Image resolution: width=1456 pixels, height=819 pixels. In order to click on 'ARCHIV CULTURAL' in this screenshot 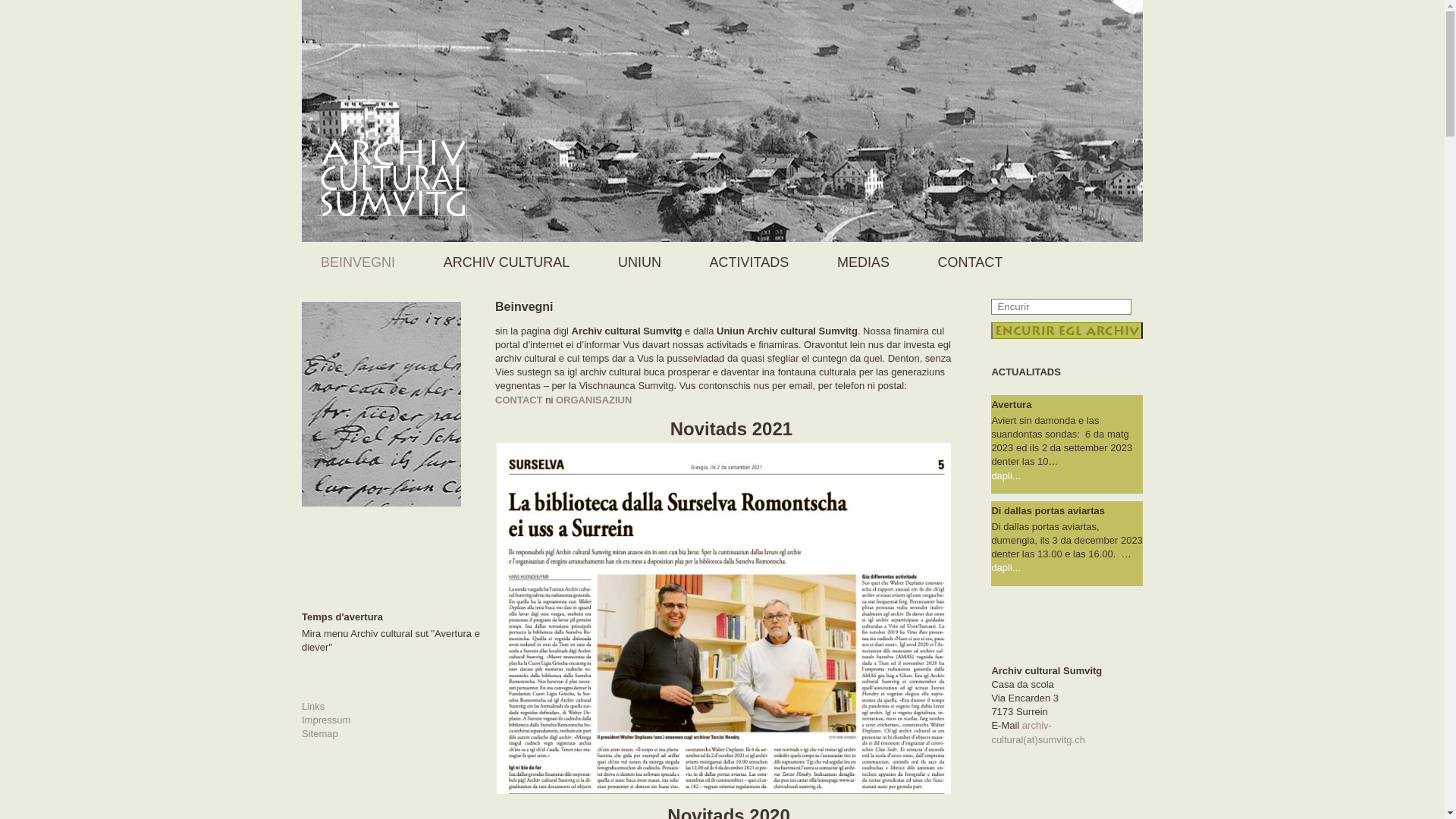, I will do `click(510, 262)`.